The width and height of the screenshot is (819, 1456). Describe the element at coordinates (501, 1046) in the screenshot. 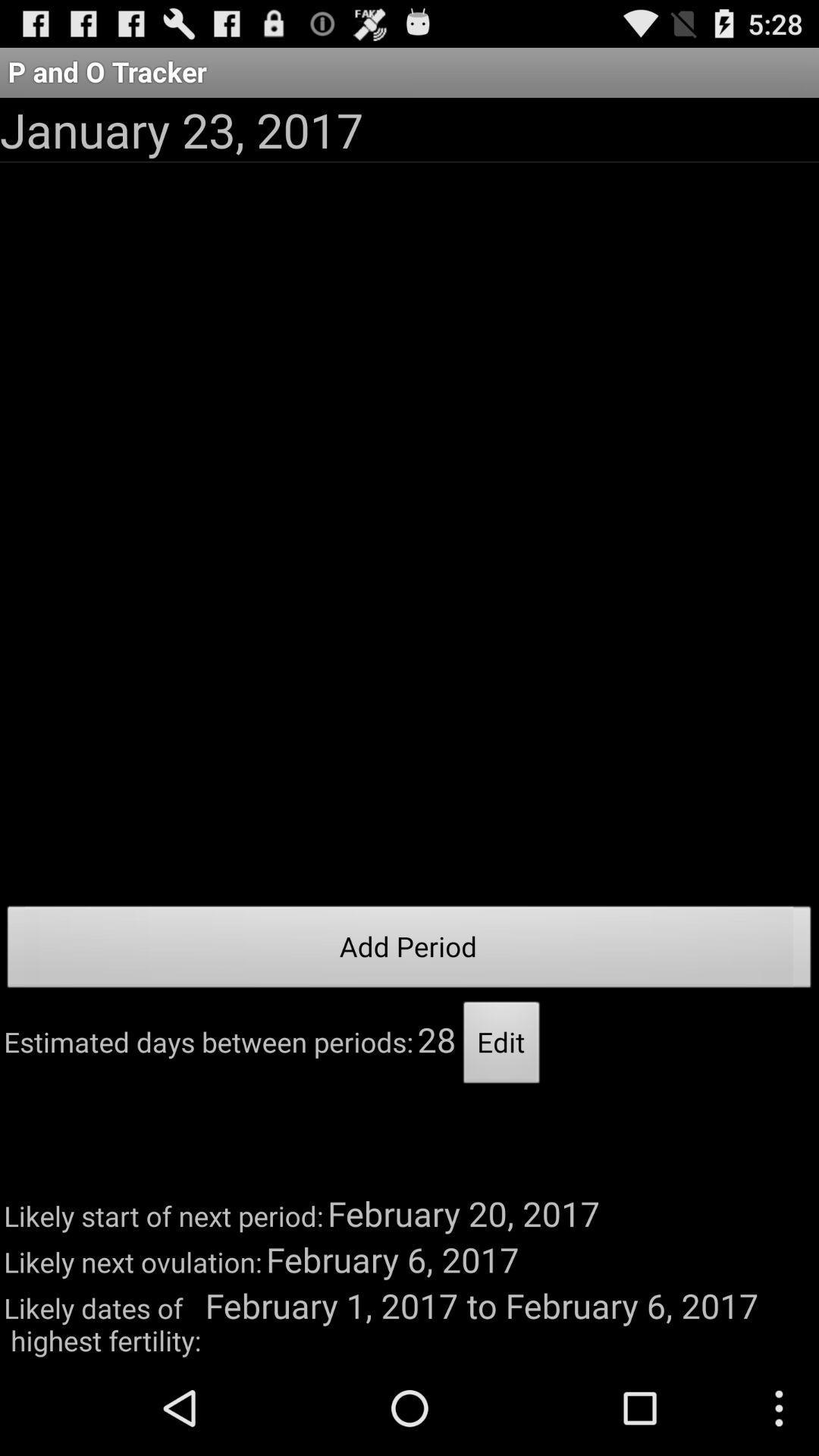

I see `the app to the right of 28 app` at that location.